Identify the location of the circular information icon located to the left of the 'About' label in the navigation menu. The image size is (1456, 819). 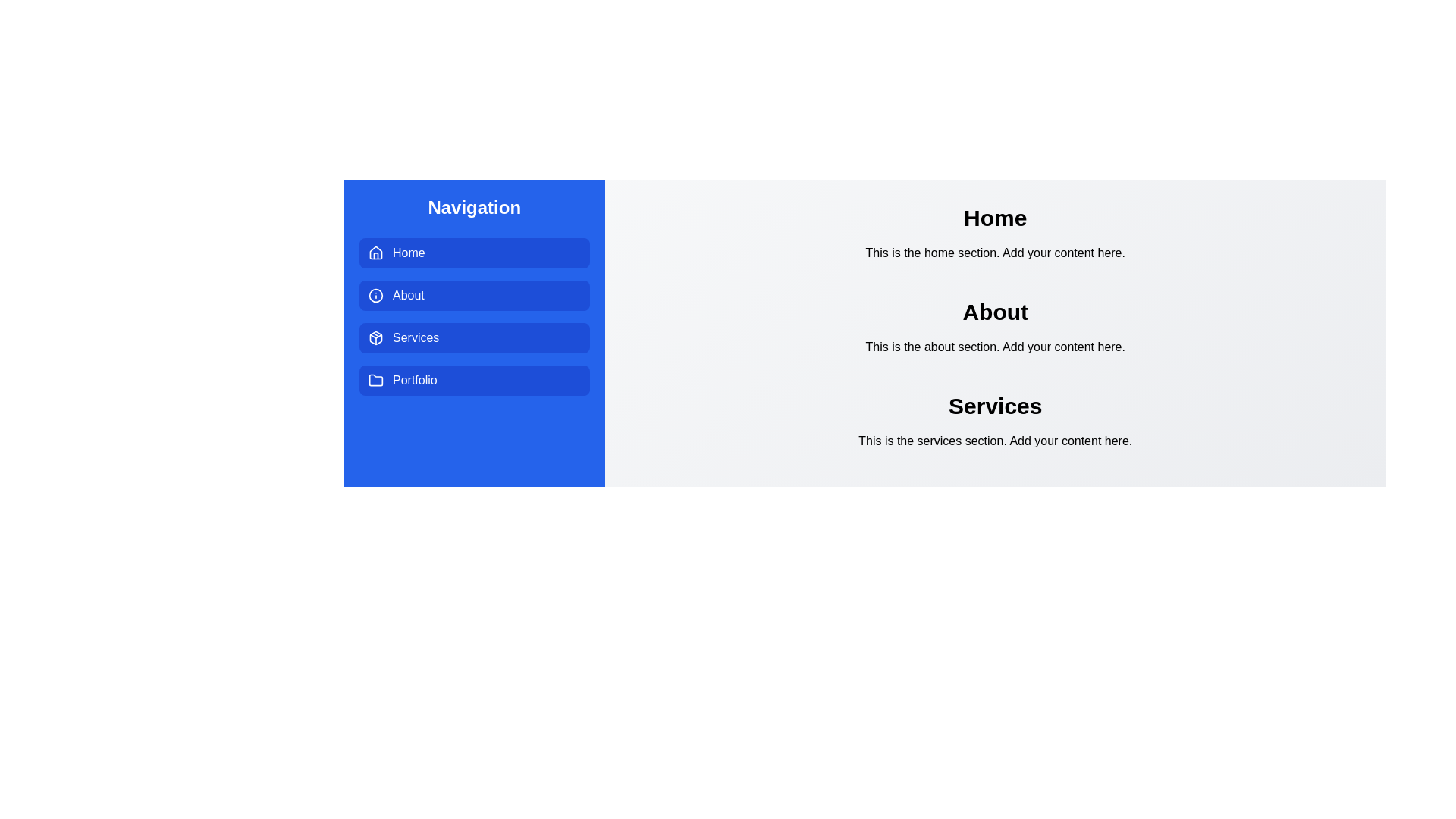
(375, 295).